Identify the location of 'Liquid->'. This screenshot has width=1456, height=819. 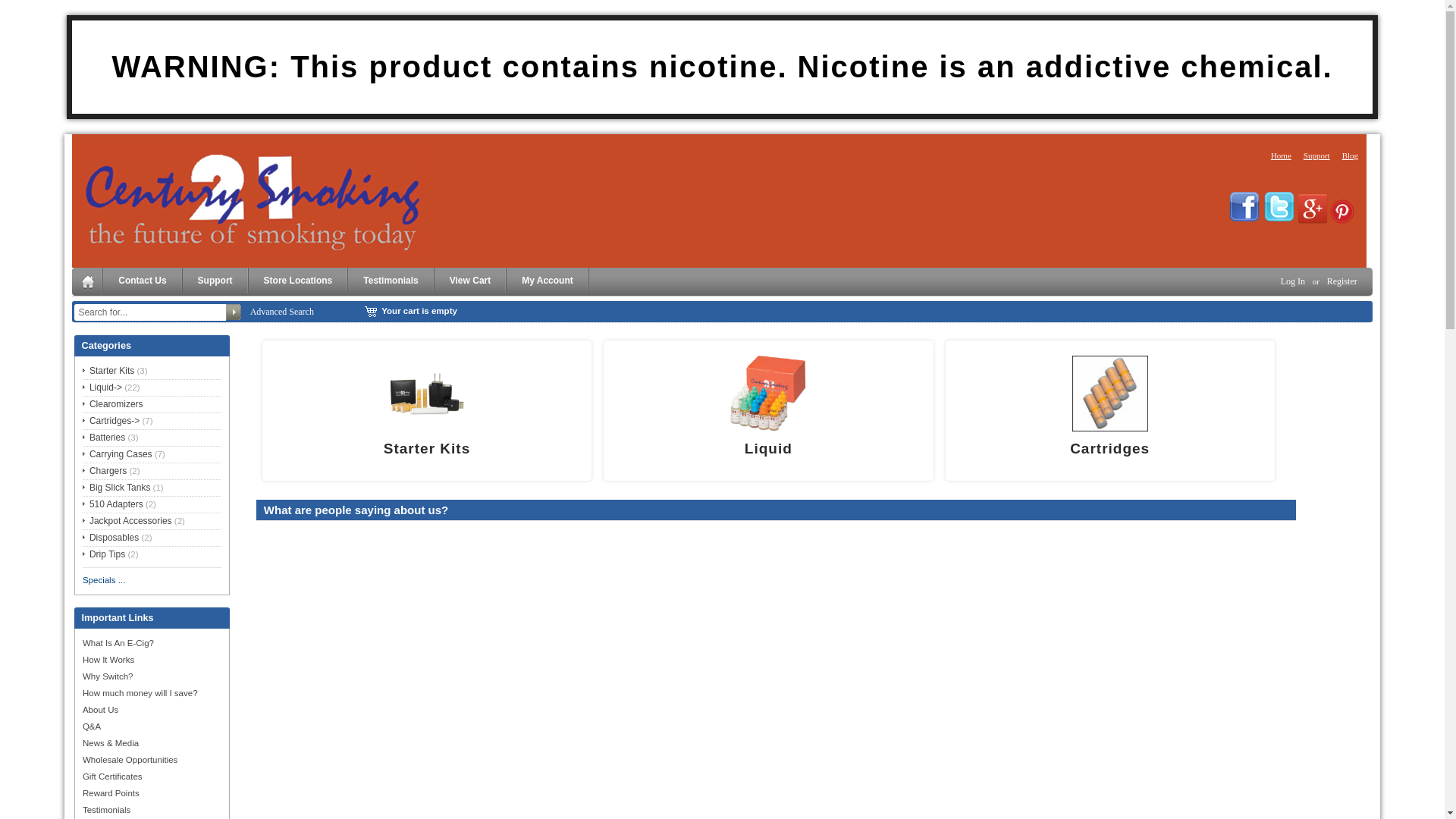
(101, 386).